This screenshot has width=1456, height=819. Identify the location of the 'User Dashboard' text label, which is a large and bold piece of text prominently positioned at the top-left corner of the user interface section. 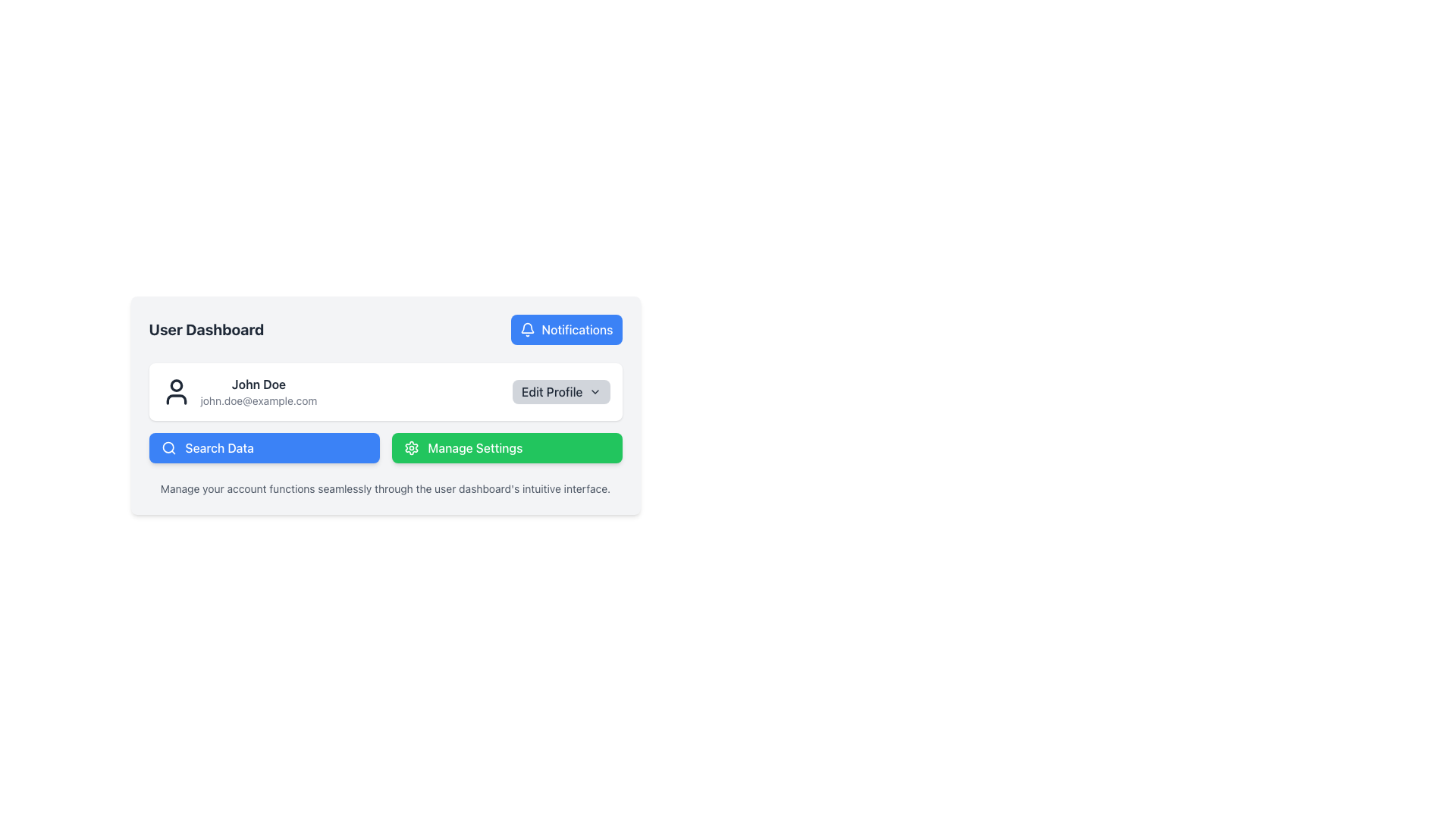
(206, 329).